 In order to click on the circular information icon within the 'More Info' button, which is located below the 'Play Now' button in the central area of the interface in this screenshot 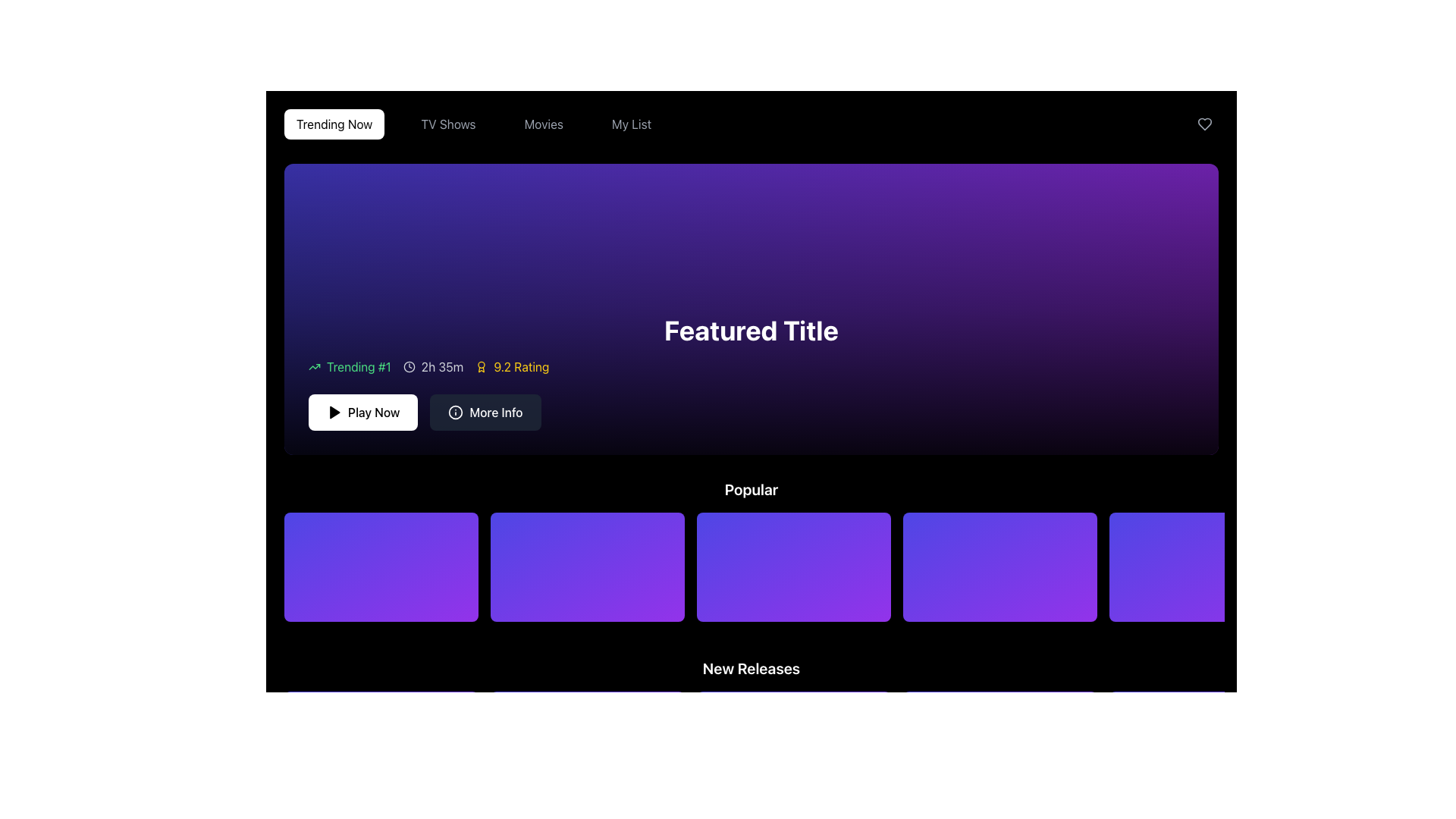, I will do `click(455, 412)`.